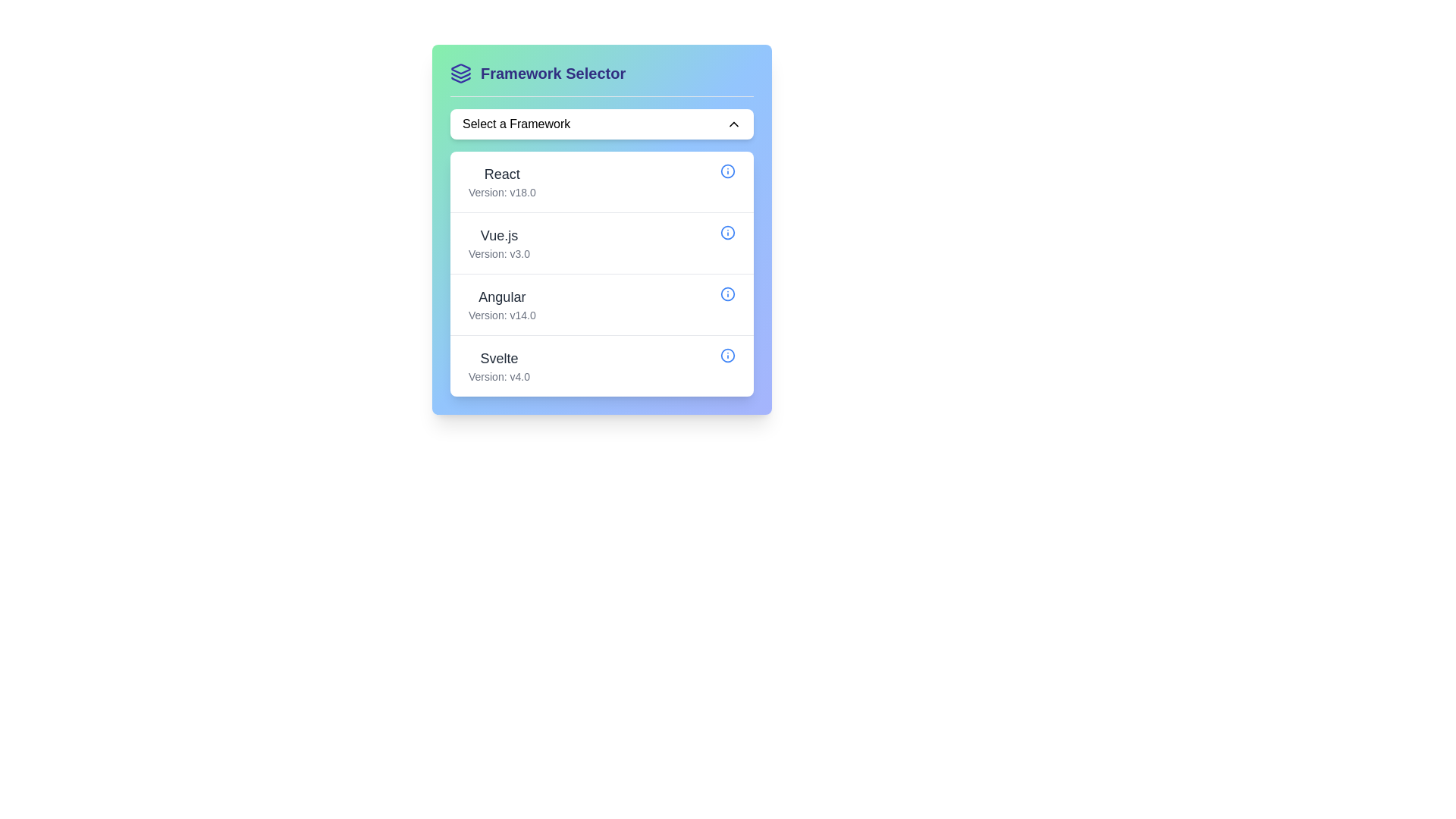  What do you see at coordinates (499, 359) in the screenshot?
I see `the 'Svelte' label, which is the last item in the 'Framework Selector' list, styled with medium font weight and large size in dark gray` at bounding box center [499, 359].